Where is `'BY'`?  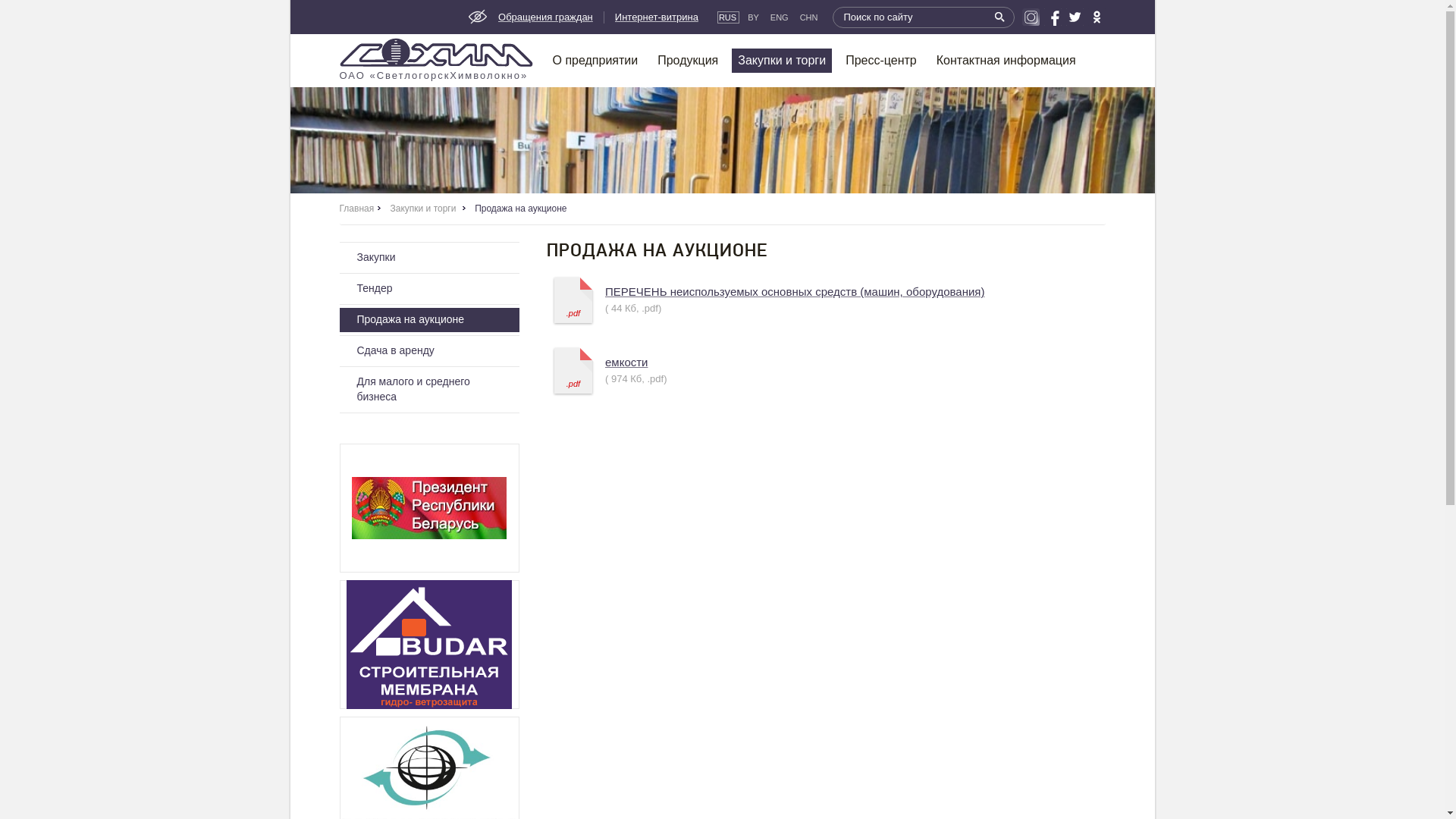
'BY' is located at coordinates (754, 17).